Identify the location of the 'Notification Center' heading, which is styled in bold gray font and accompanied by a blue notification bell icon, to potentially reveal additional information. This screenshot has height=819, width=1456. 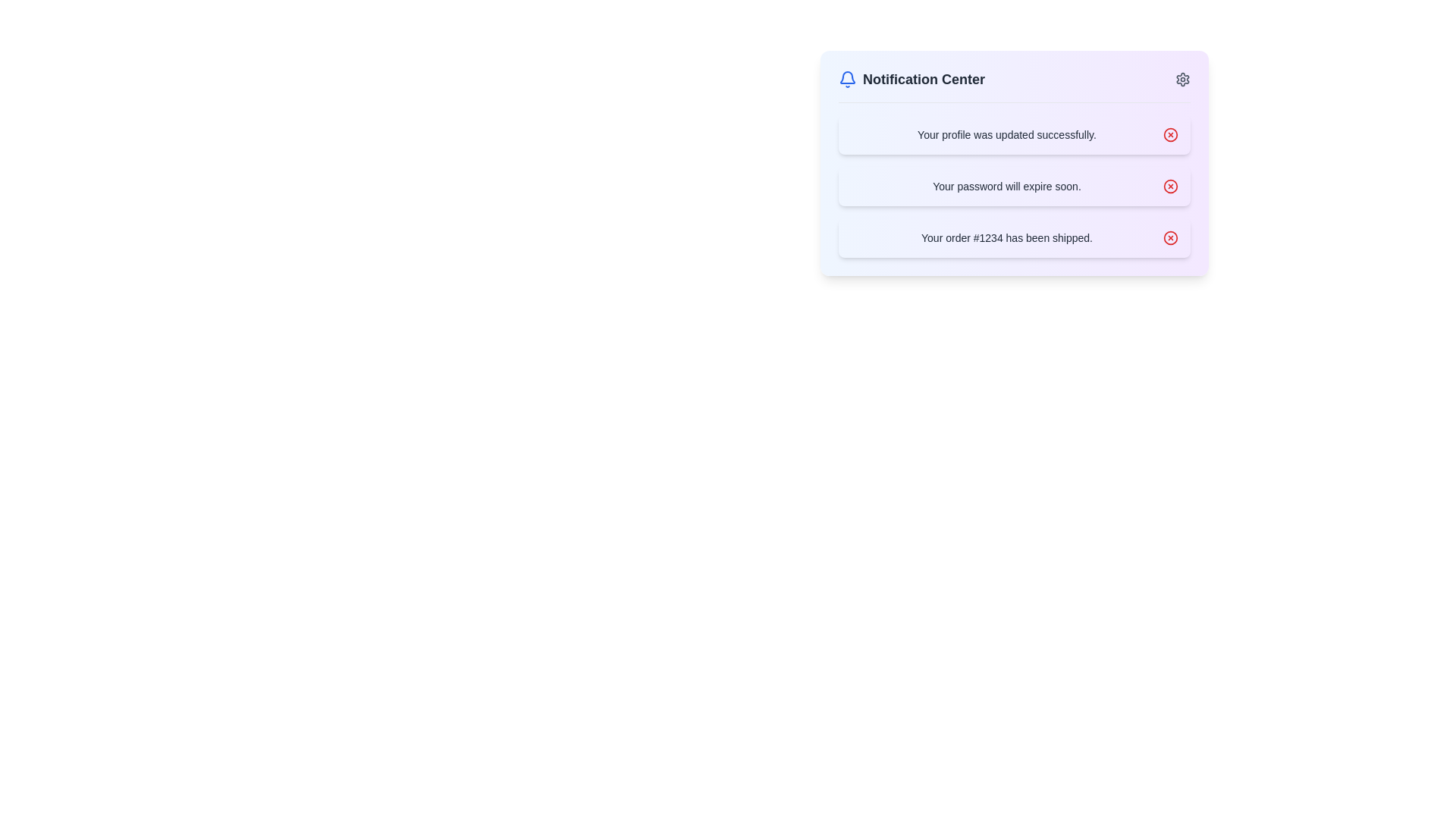
(911, 79).